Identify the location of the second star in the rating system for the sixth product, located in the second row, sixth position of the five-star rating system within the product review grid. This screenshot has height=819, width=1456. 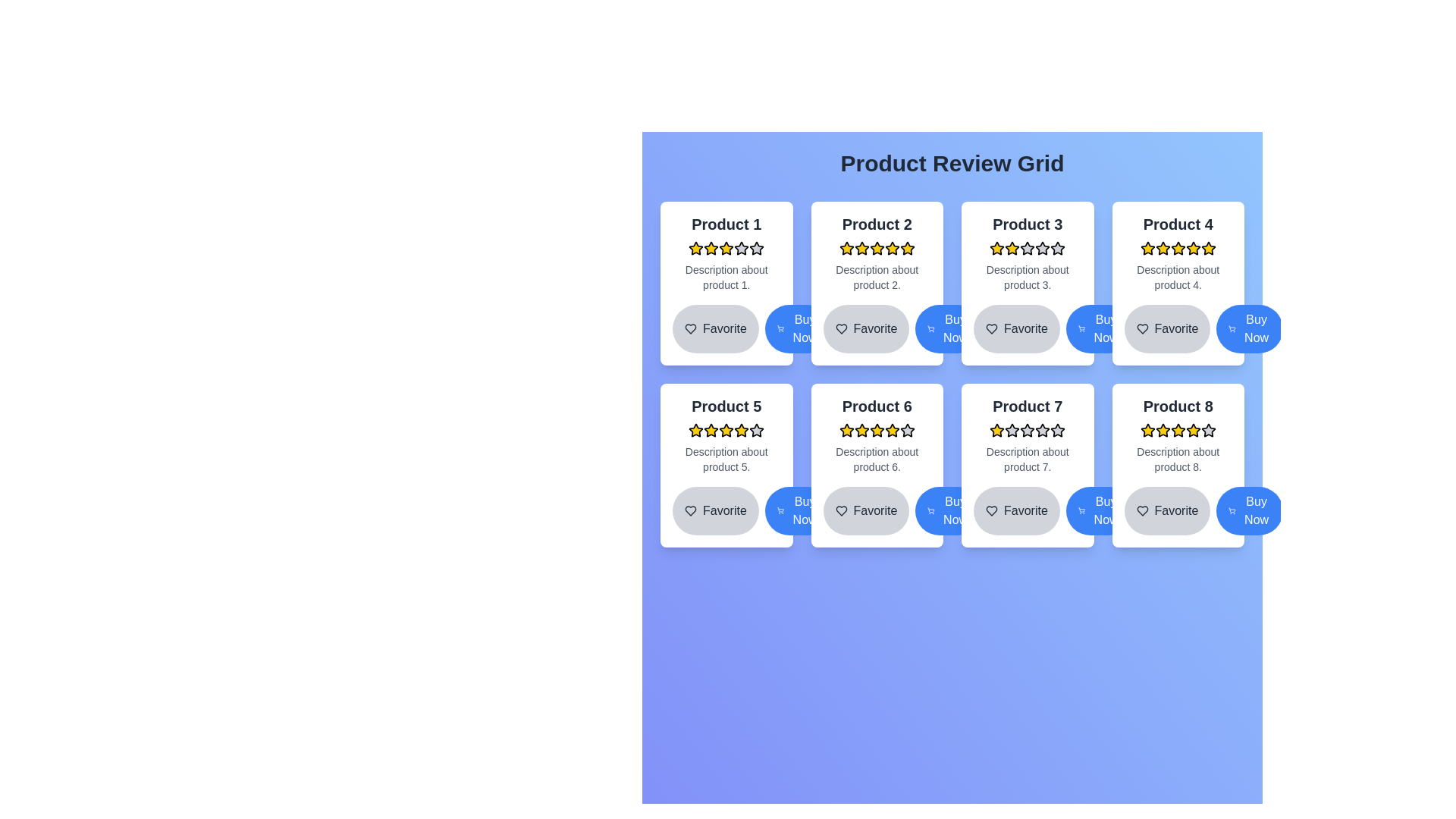
(861, 430).